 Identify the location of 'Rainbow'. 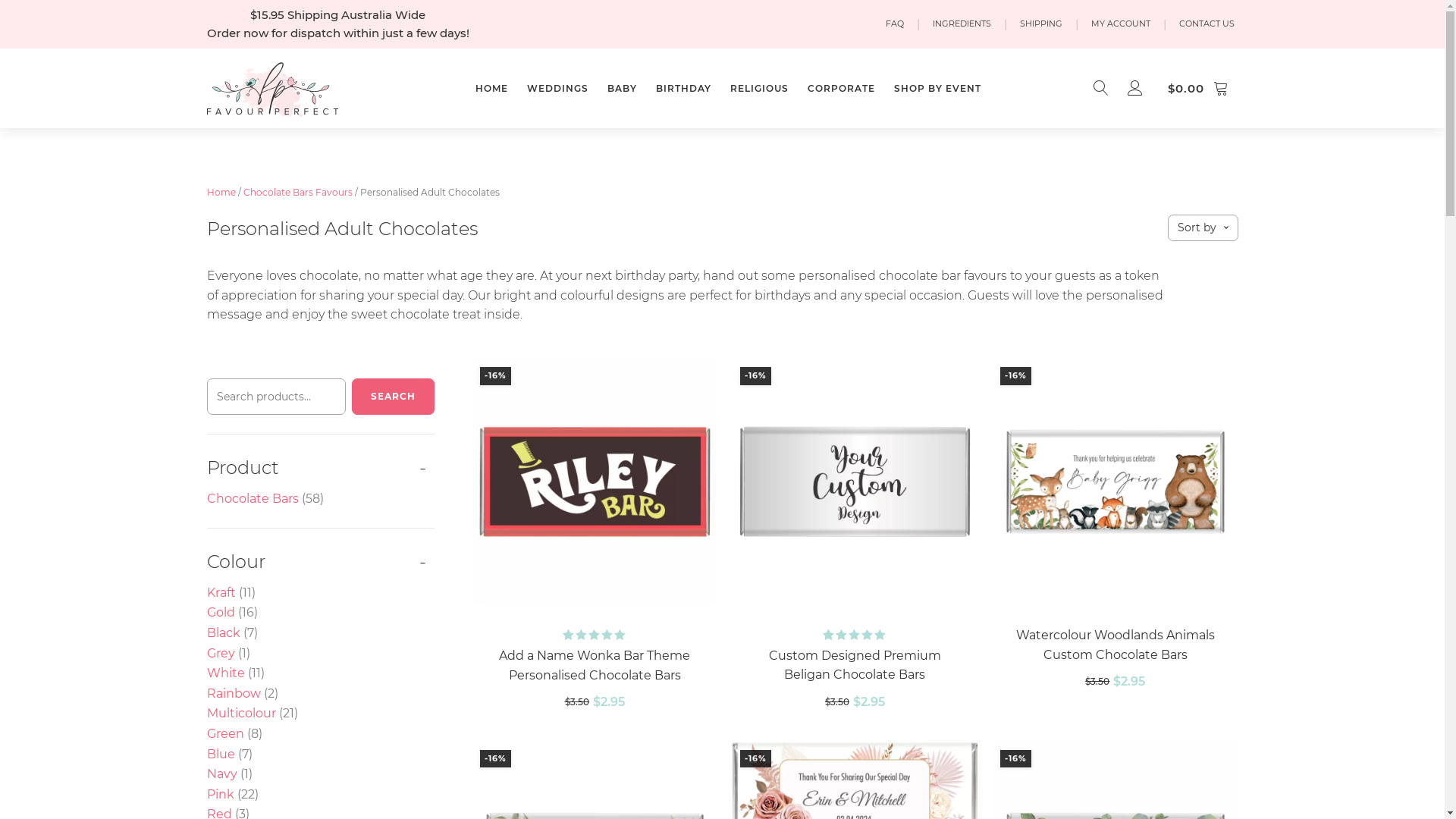
(206, 693).